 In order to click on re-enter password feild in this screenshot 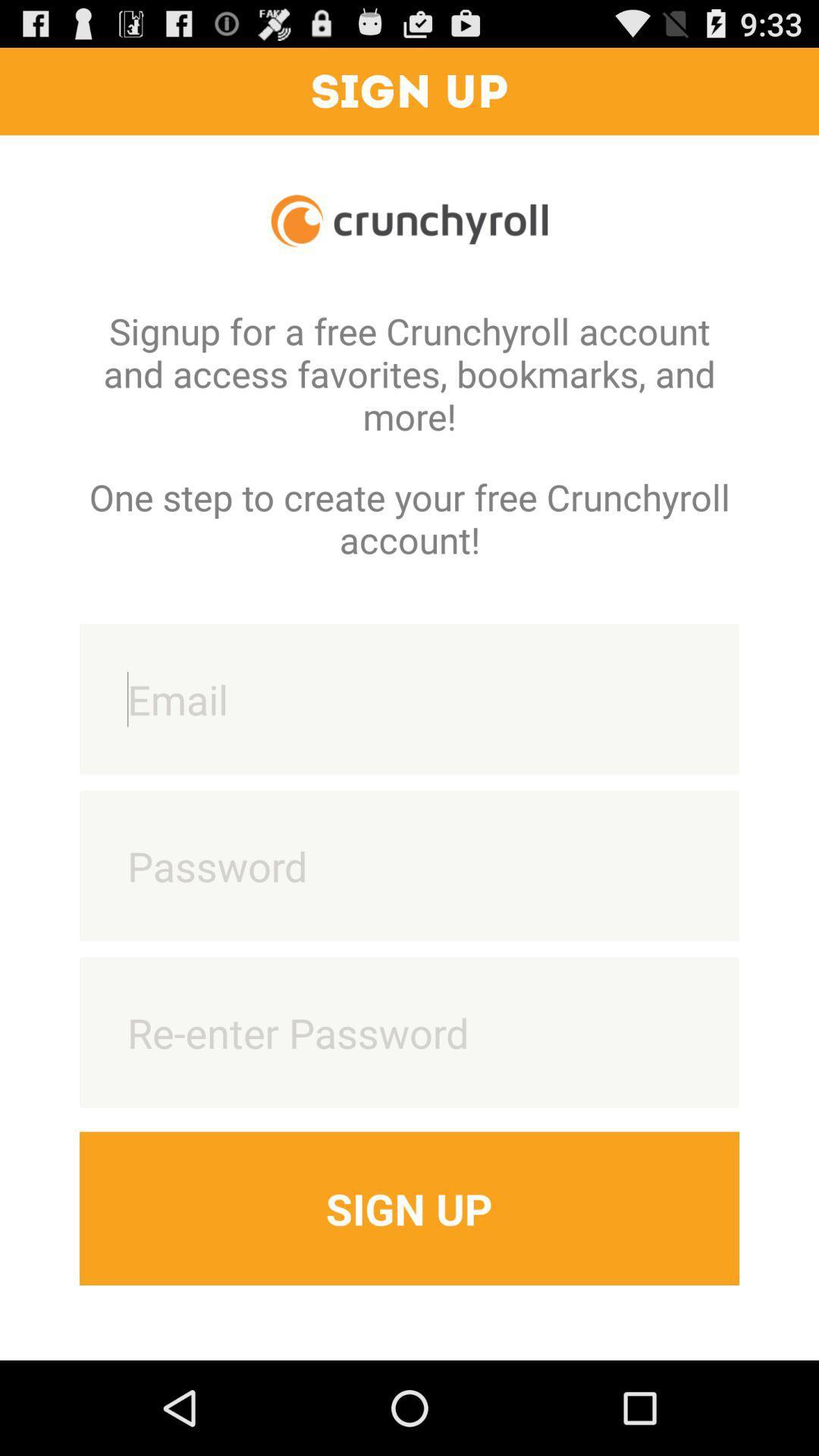, I will do `click(409, 1031)`.